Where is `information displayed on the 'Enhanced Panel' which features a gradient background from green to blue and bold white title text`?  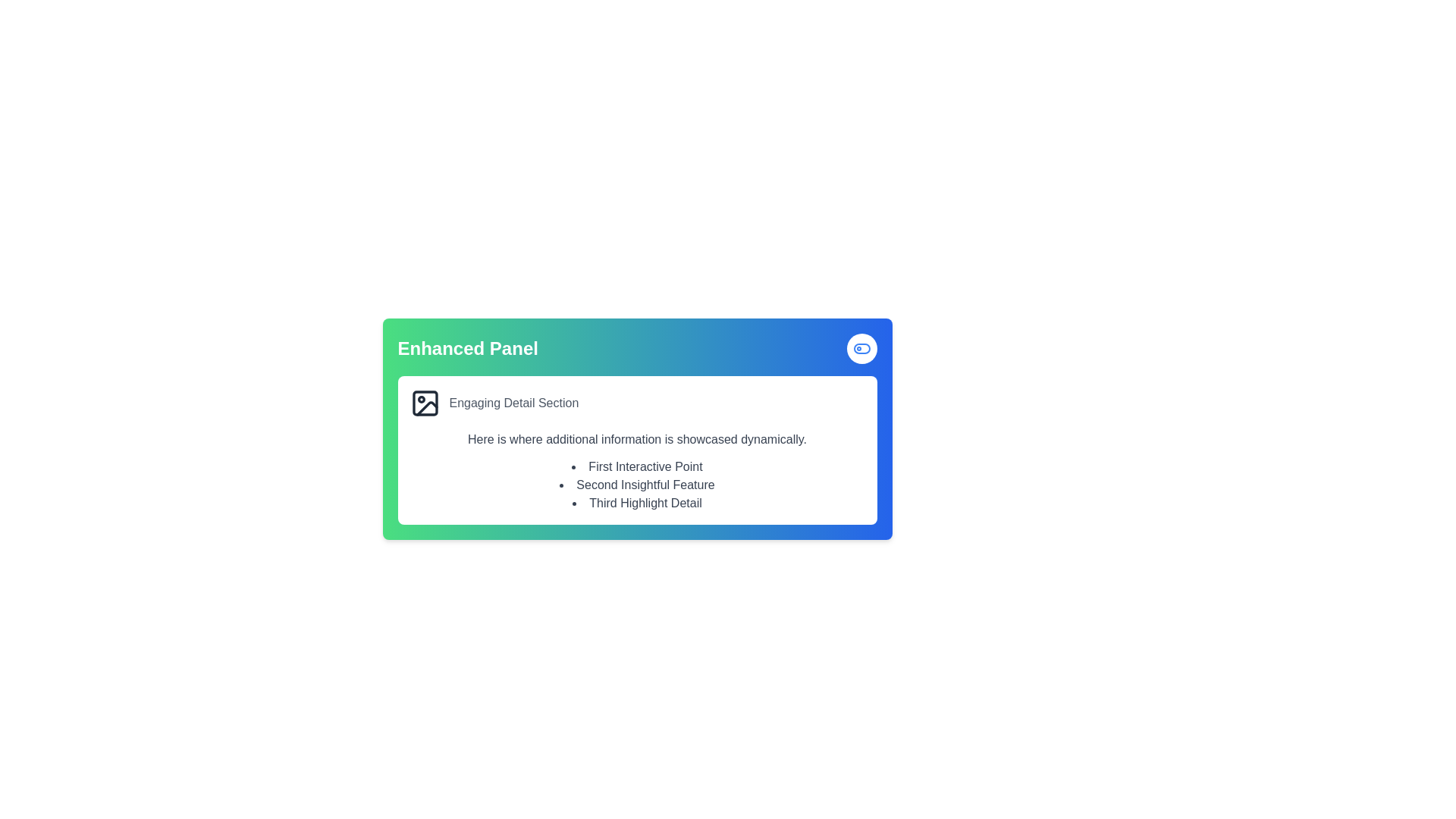
information displayed on the 'Enhanced Panel' which features a gradient background from green to blue and bold white title text is located at coordinates (637, 429).